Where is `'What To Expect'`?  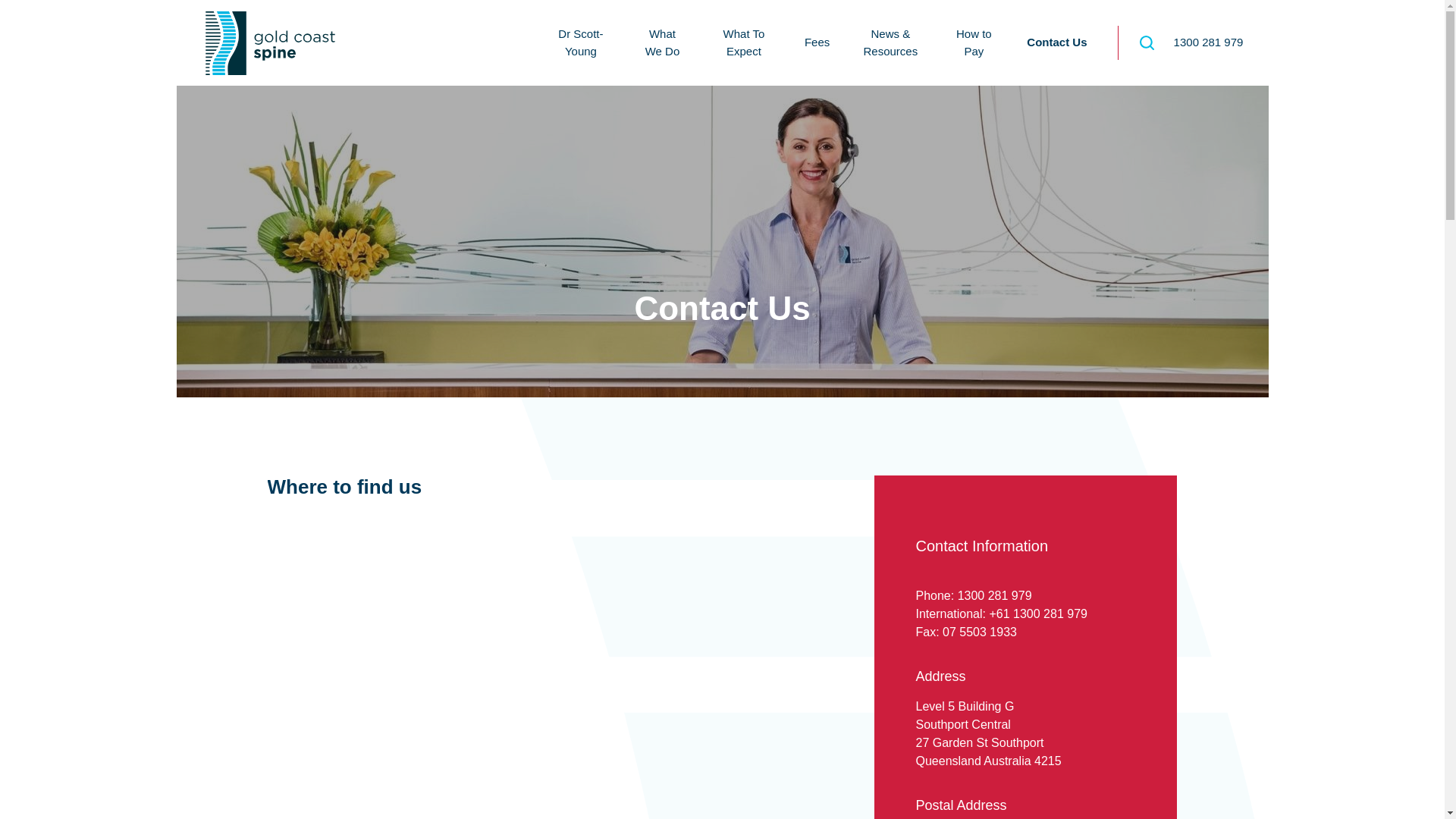
'What To Expect' is located at coordinates (743, 42).